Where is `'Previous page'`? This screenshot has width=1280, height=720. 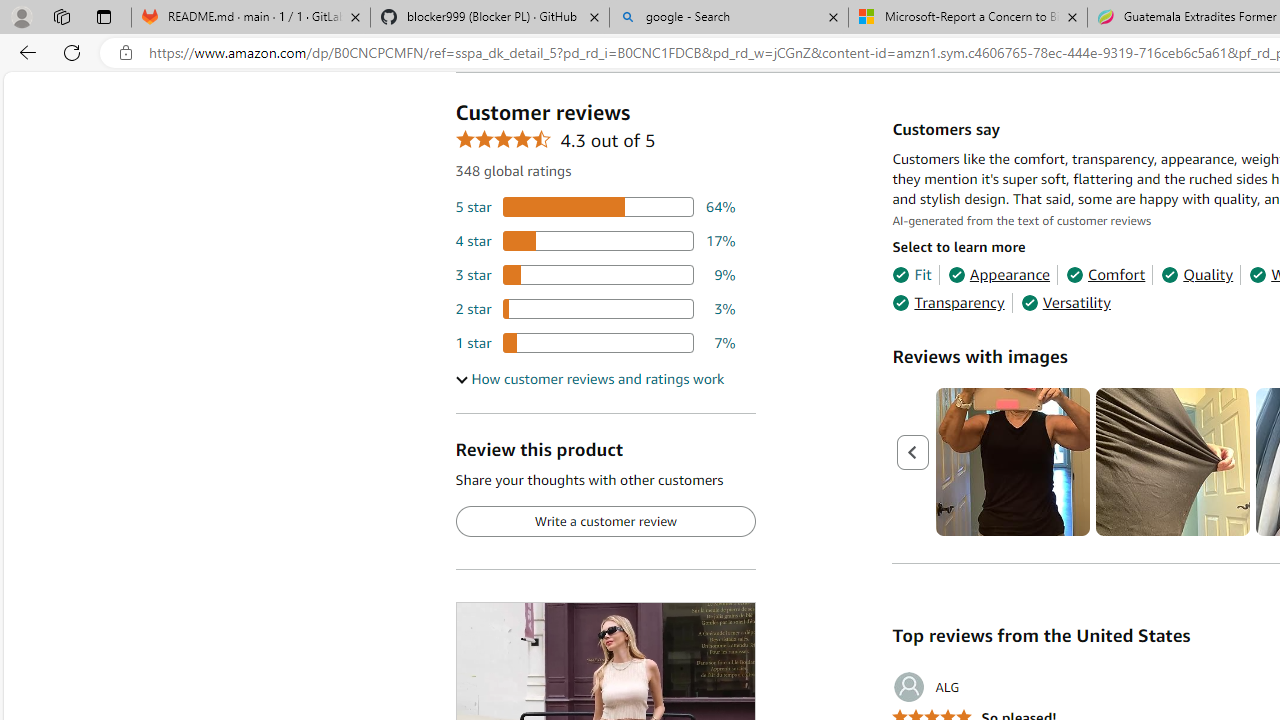
'Previous page' is located at coordinates (912, 452).